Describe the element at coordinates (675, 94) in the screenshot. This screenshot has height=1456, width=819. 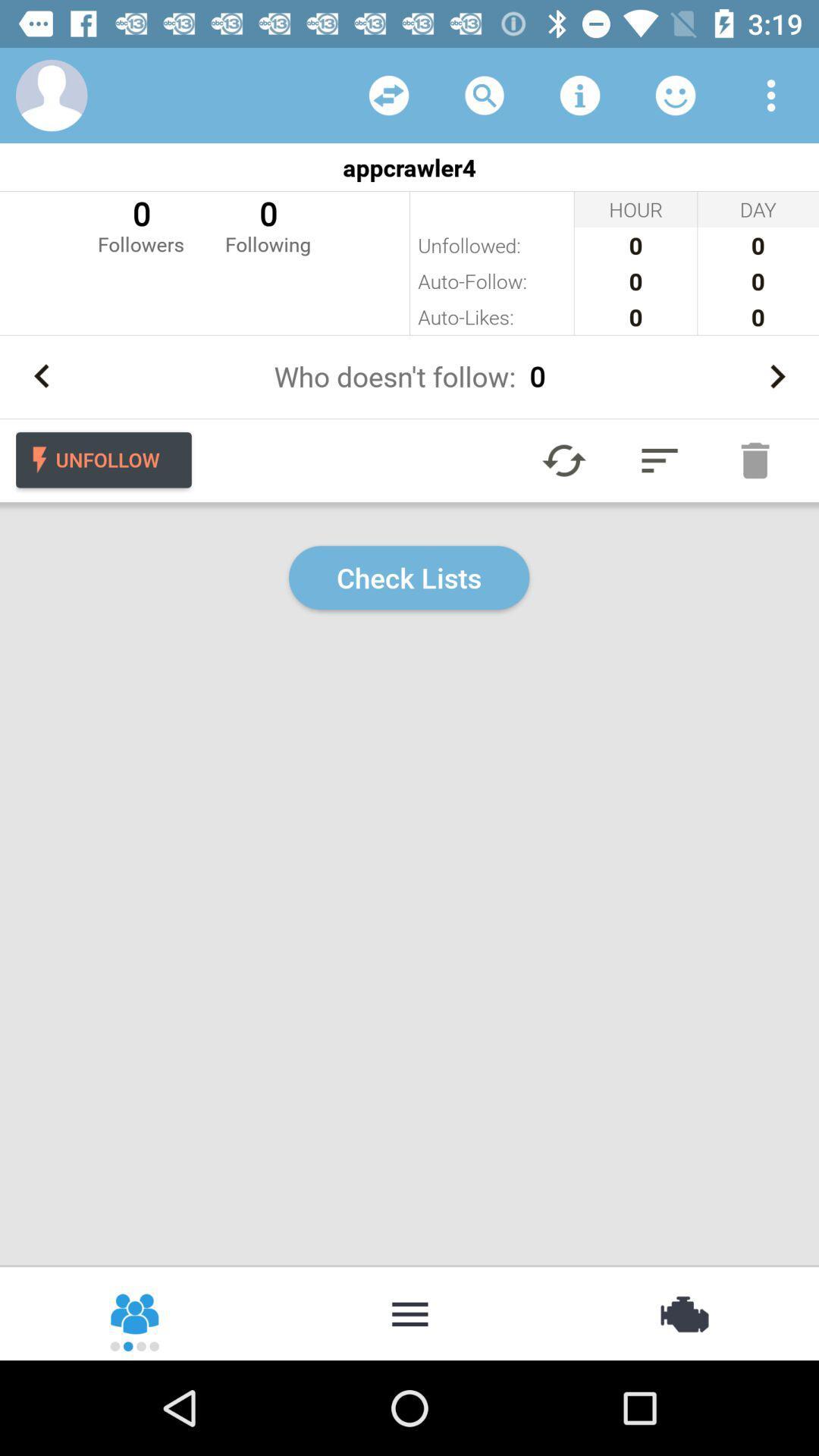
I see `list of followers` at that location.